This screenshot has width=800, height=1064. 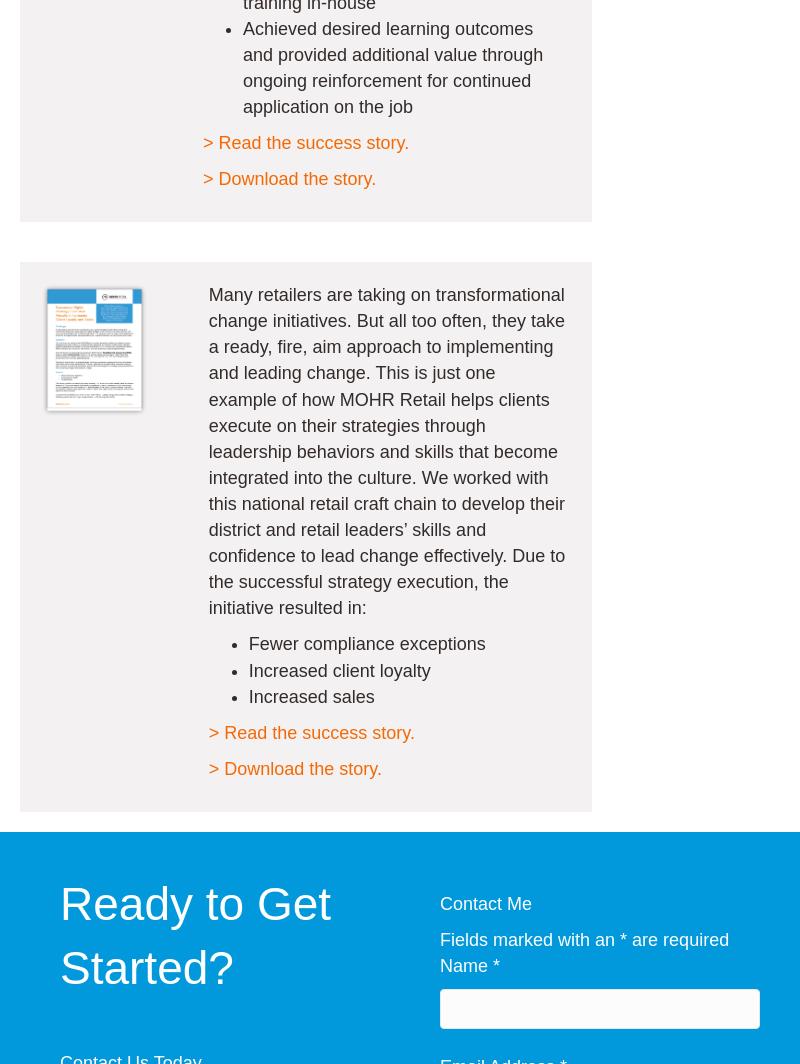 I want to click on 'Many retailers are taking on transformational change initiatives. But all too often, they take a ready, fire, aim approach to implementing and leading change. This is just one example of how MOHR Retail helps clients execute on their strategies through leadership behaviors and skills that become integrated into the culture. We worked with this national retail craft chain to develop their district and retail leaders’ skills and confidence to lead change effectively. Due to the successful strategy execution, the initiative resulted in:', so click(x=385, y=451).